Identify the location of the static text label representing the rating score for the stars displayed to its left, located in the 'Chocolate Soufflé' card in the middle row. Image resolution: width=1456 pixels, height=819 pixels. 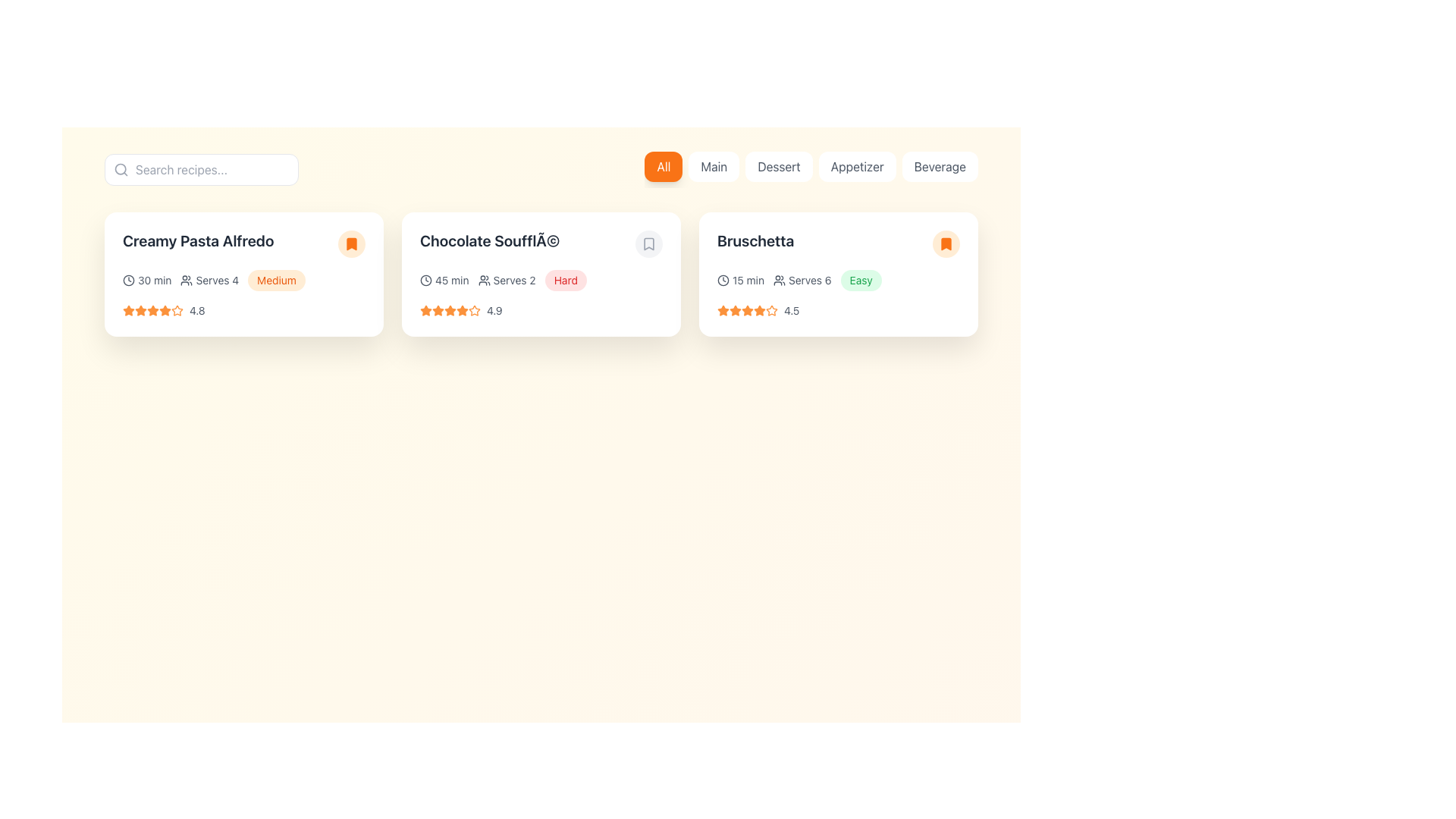
(494, 309).